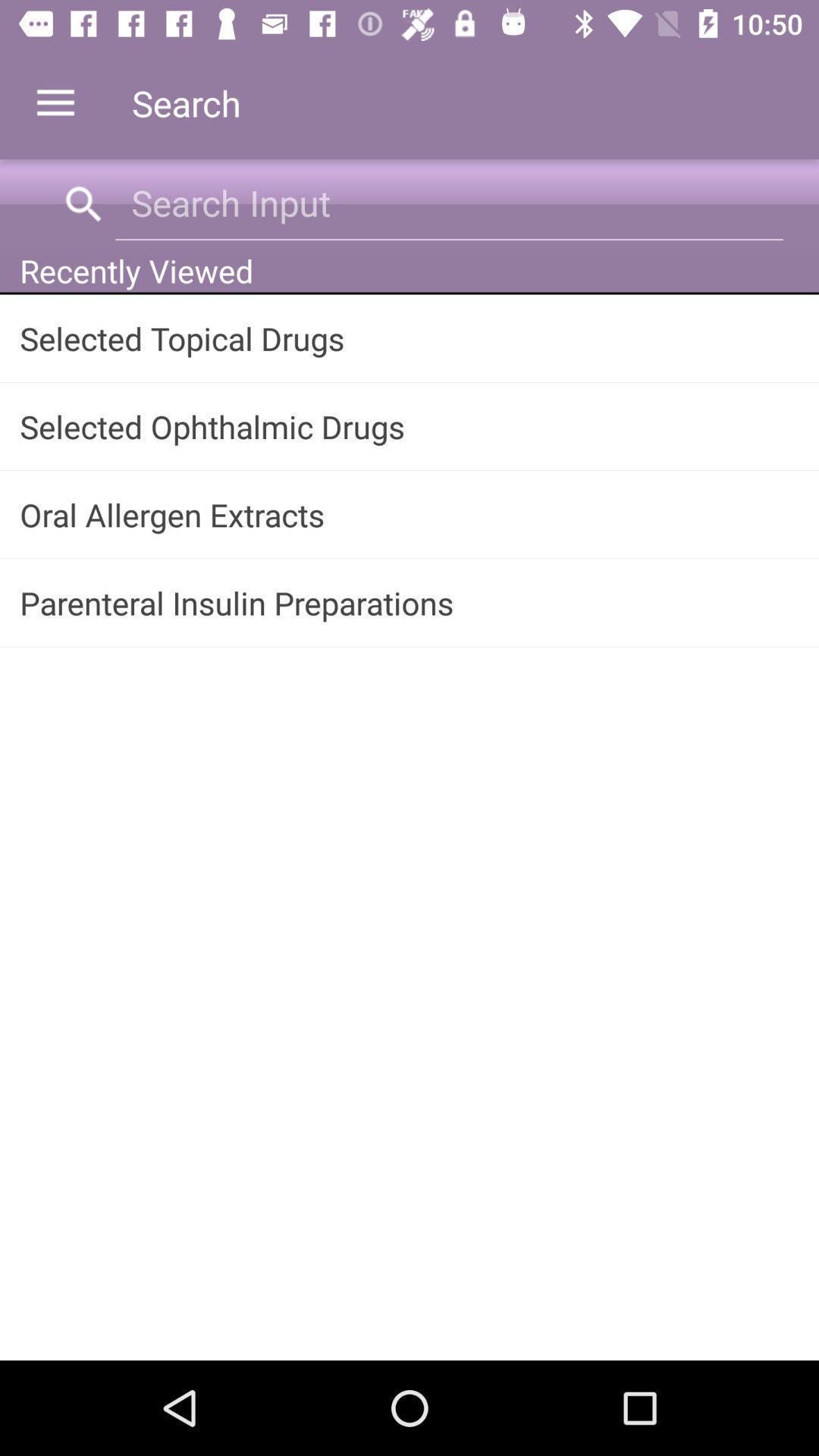  Describe the element at coordinates (409, 425) in the screenshot. I see `the selected ophthalmic drugs icon` at that location.